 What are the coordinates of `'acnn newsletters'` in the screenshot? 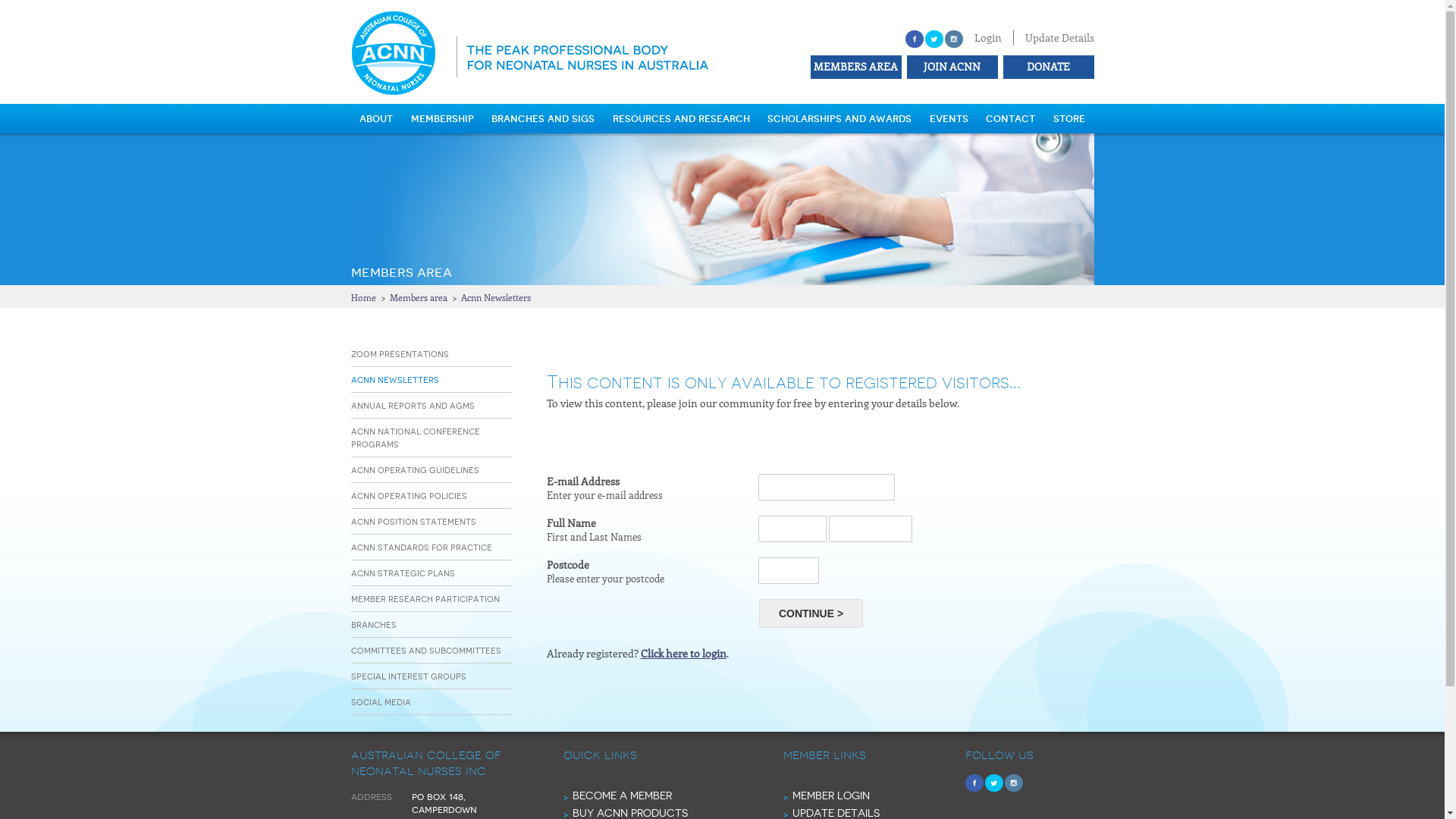 It's located at (394, 378).